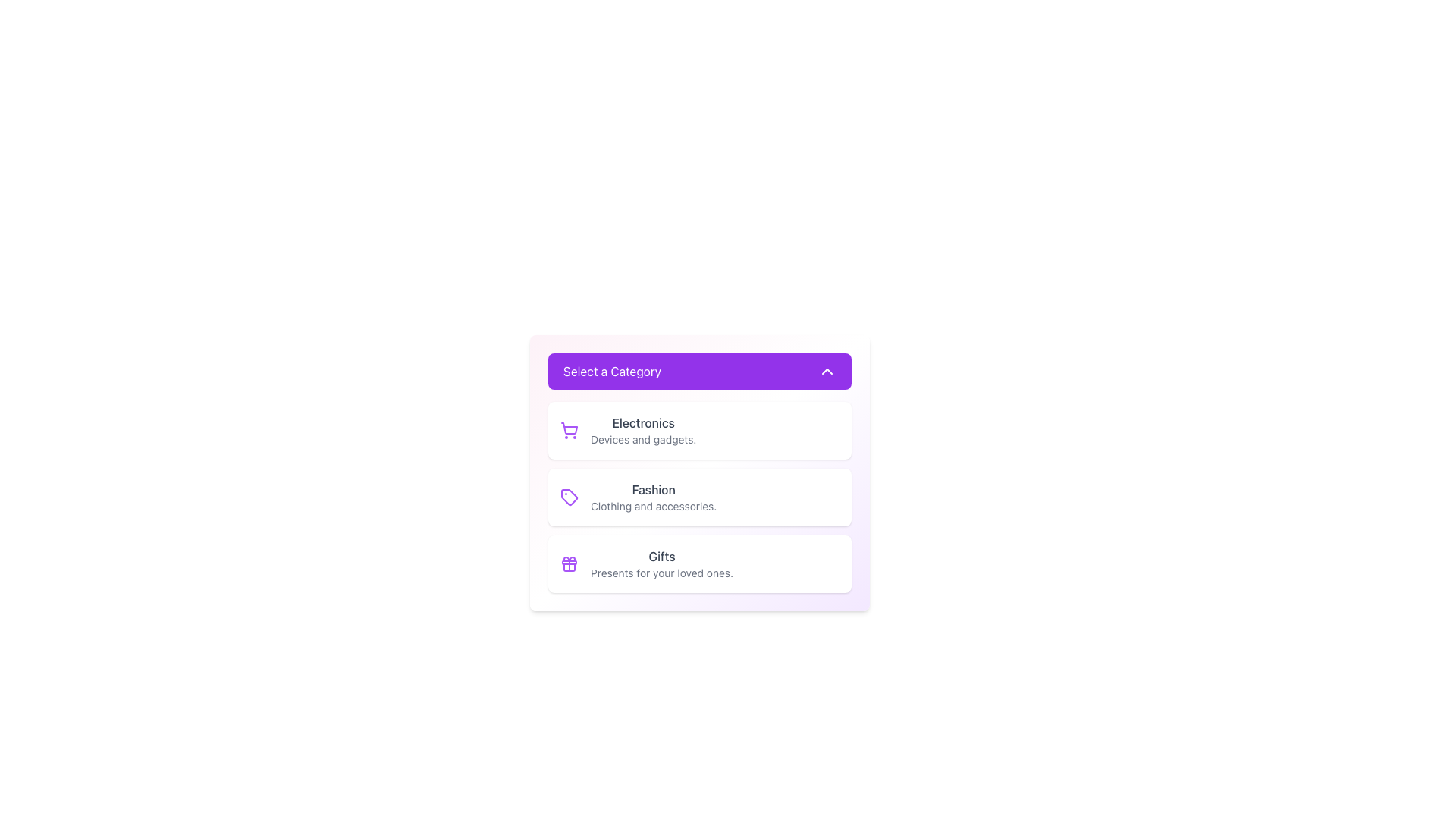  What do you see at coordinates (698, 472) in the screenshot?
I see `the second option in the selectable list to choose the 'Fashion' category` at bounding box center [698, 472].